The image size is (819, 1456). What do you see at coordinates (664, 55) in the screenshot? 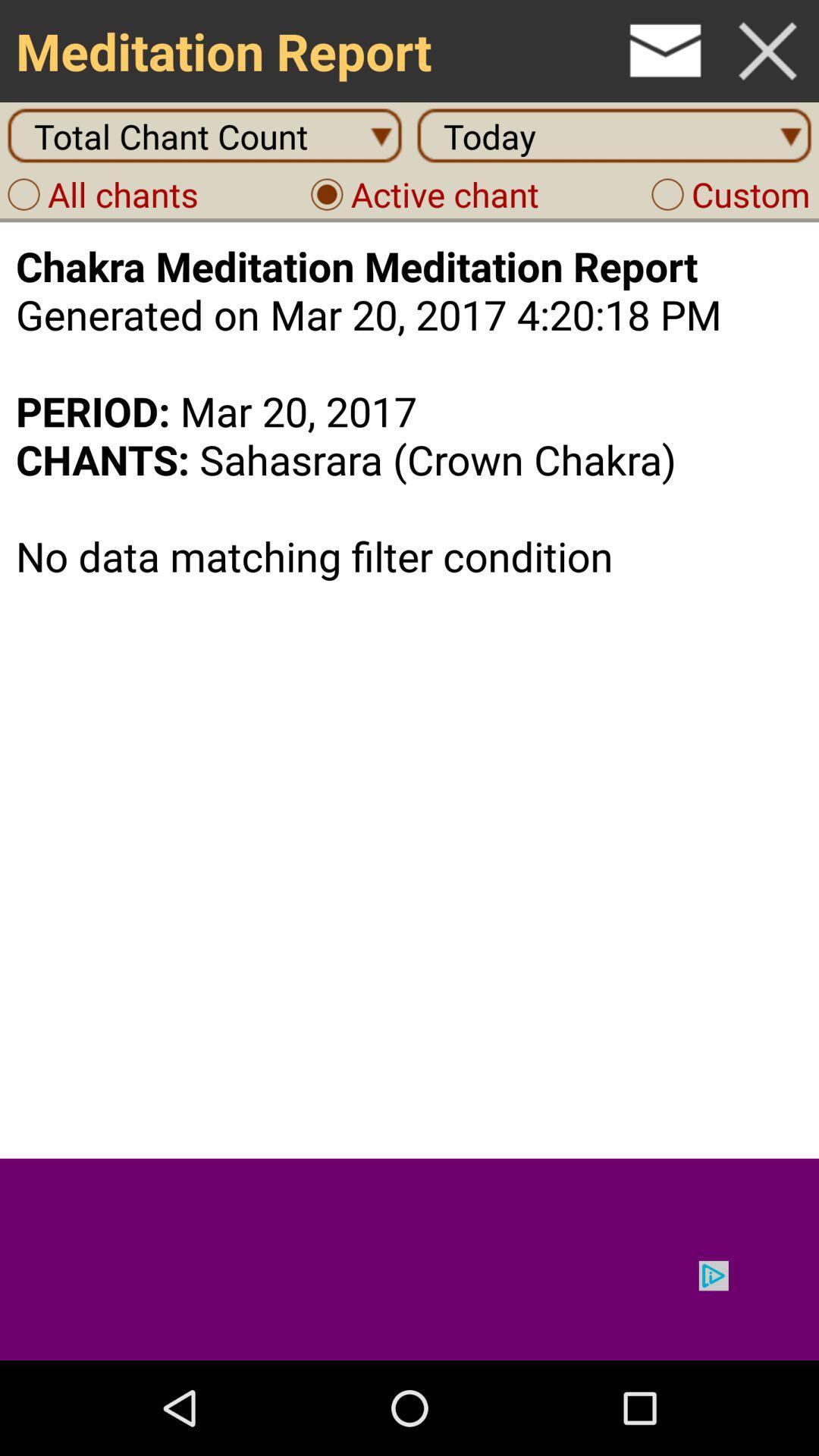
I see `the email icon` at bounding box center [664, 55].